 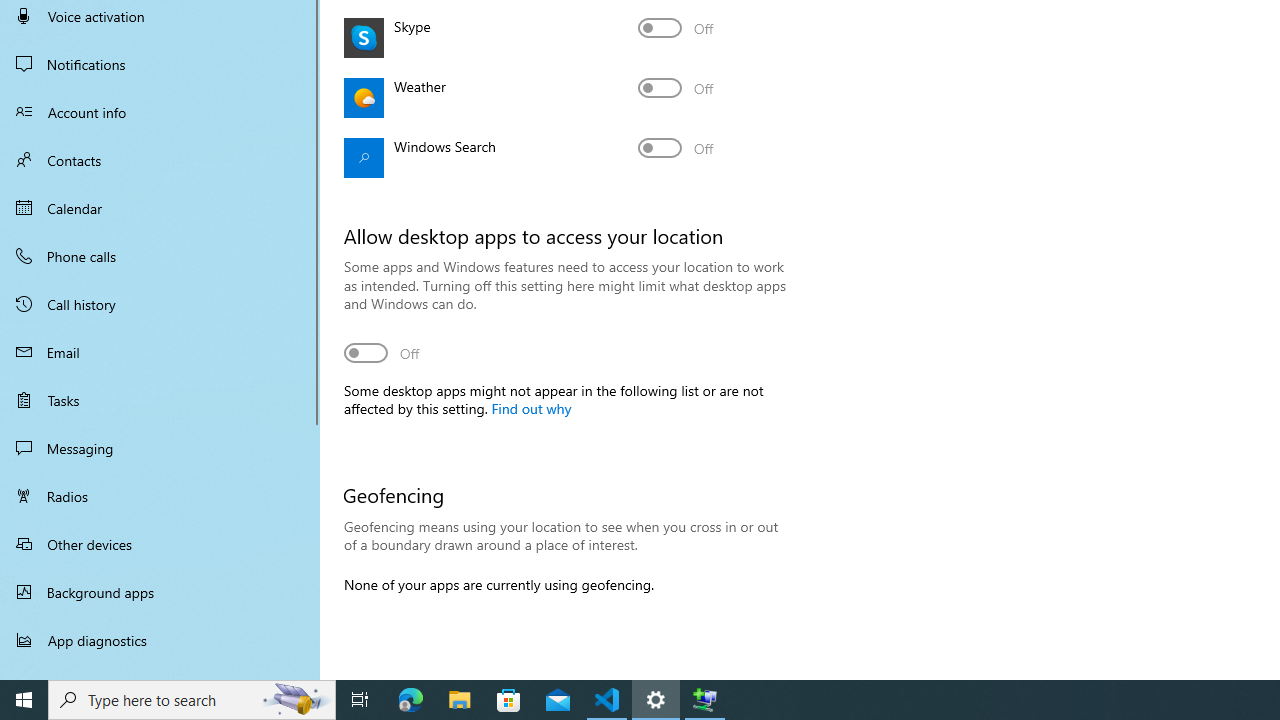 I want to click on 'Phone calls', so click(x=160, y=254).